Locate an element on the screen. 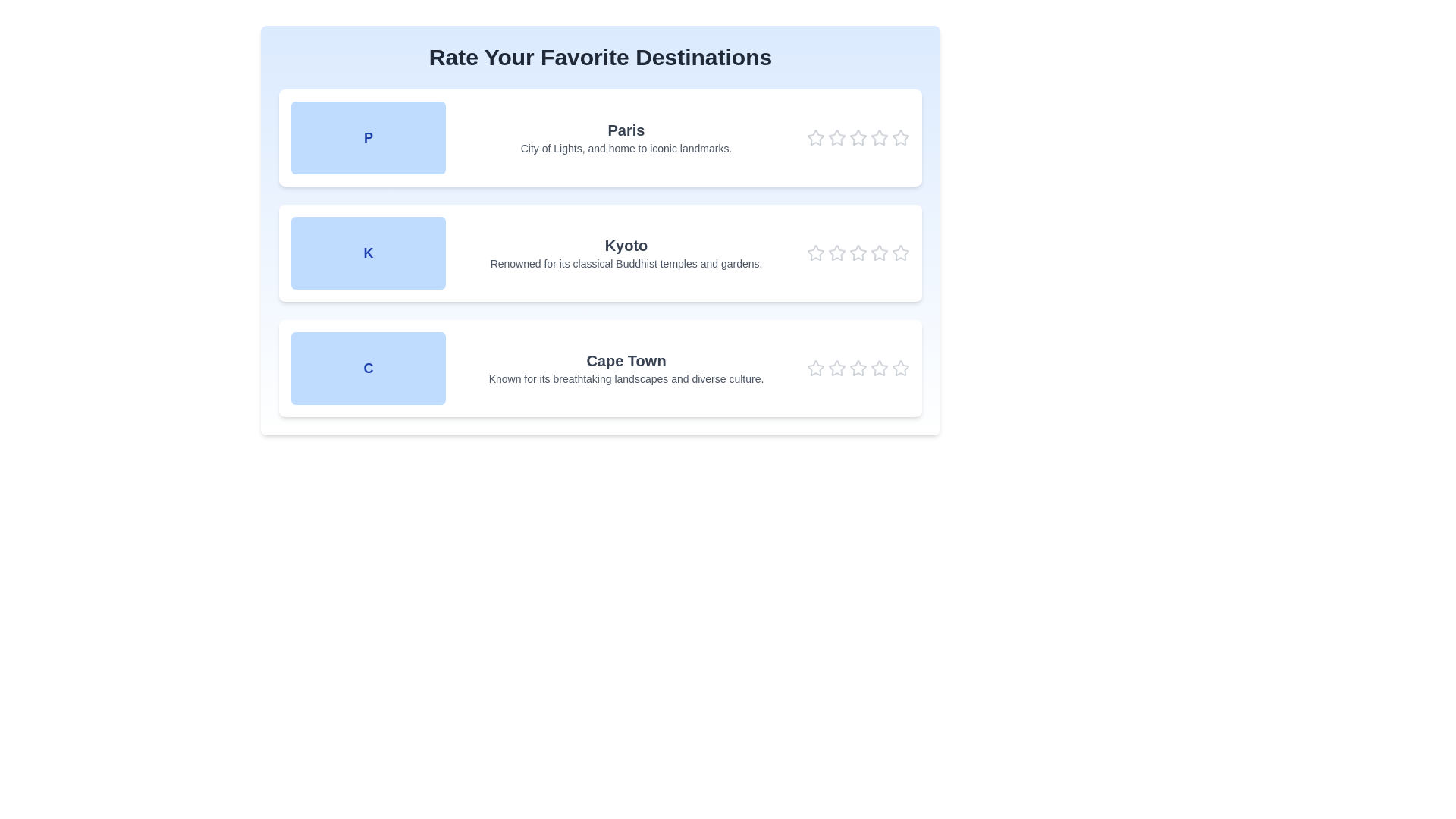 The image size is (1456, 819). the fourth star icon in the six-star rating system is located at coordinates (858, 253).